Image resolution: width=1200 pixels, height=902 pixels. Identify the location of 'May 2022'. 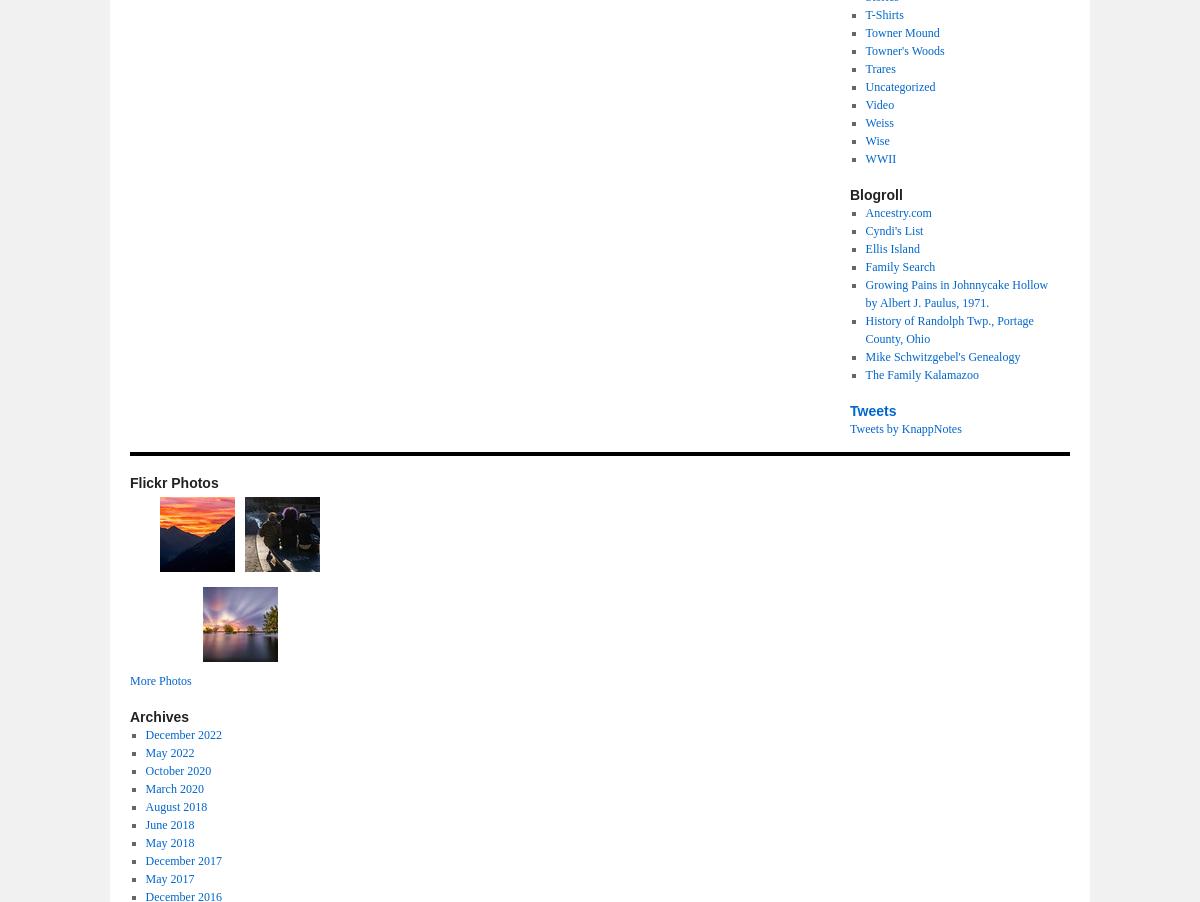
(144, 751).